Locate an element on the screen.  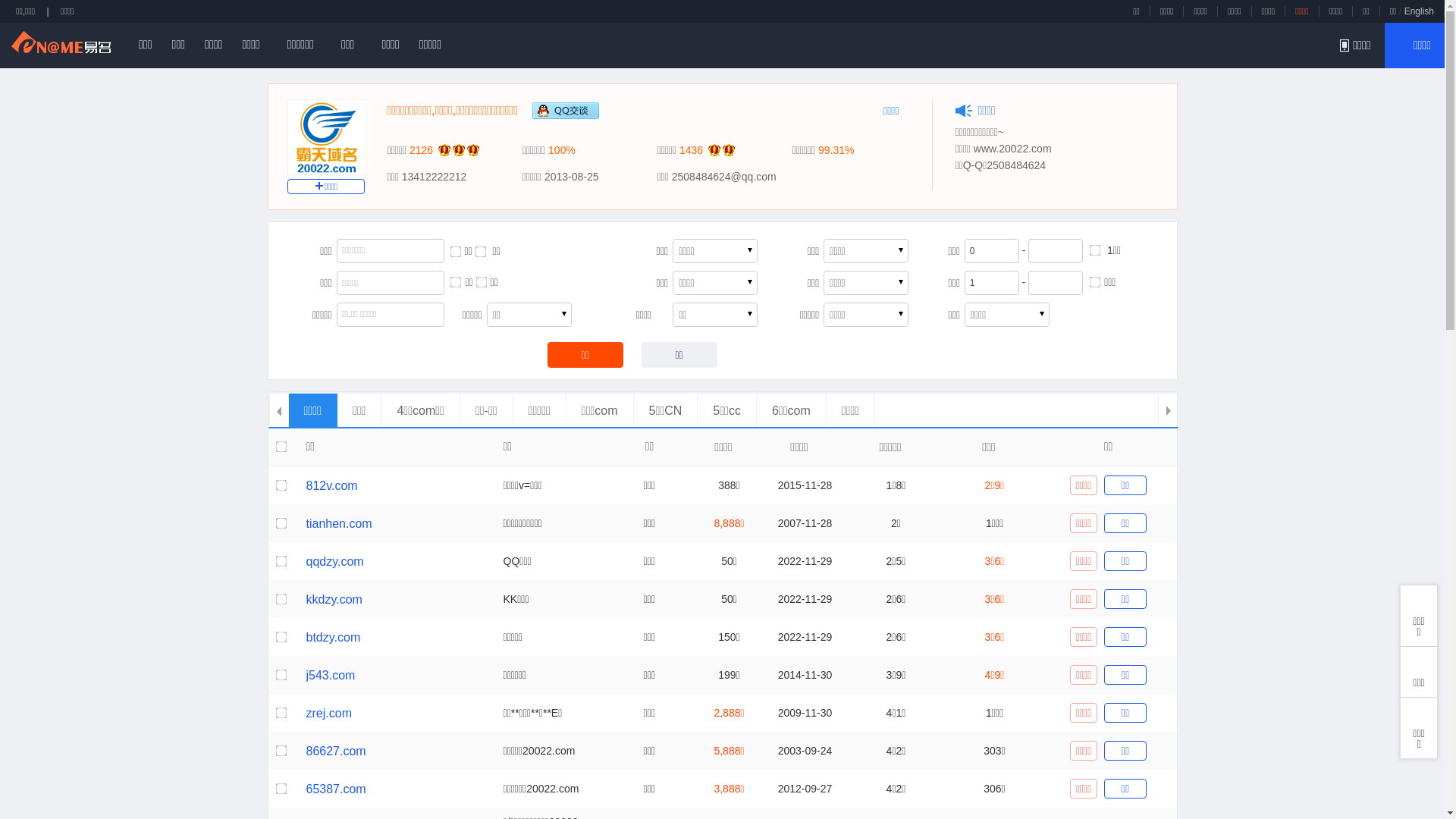
'btdzy.com' is located at coordinates (333, 637).